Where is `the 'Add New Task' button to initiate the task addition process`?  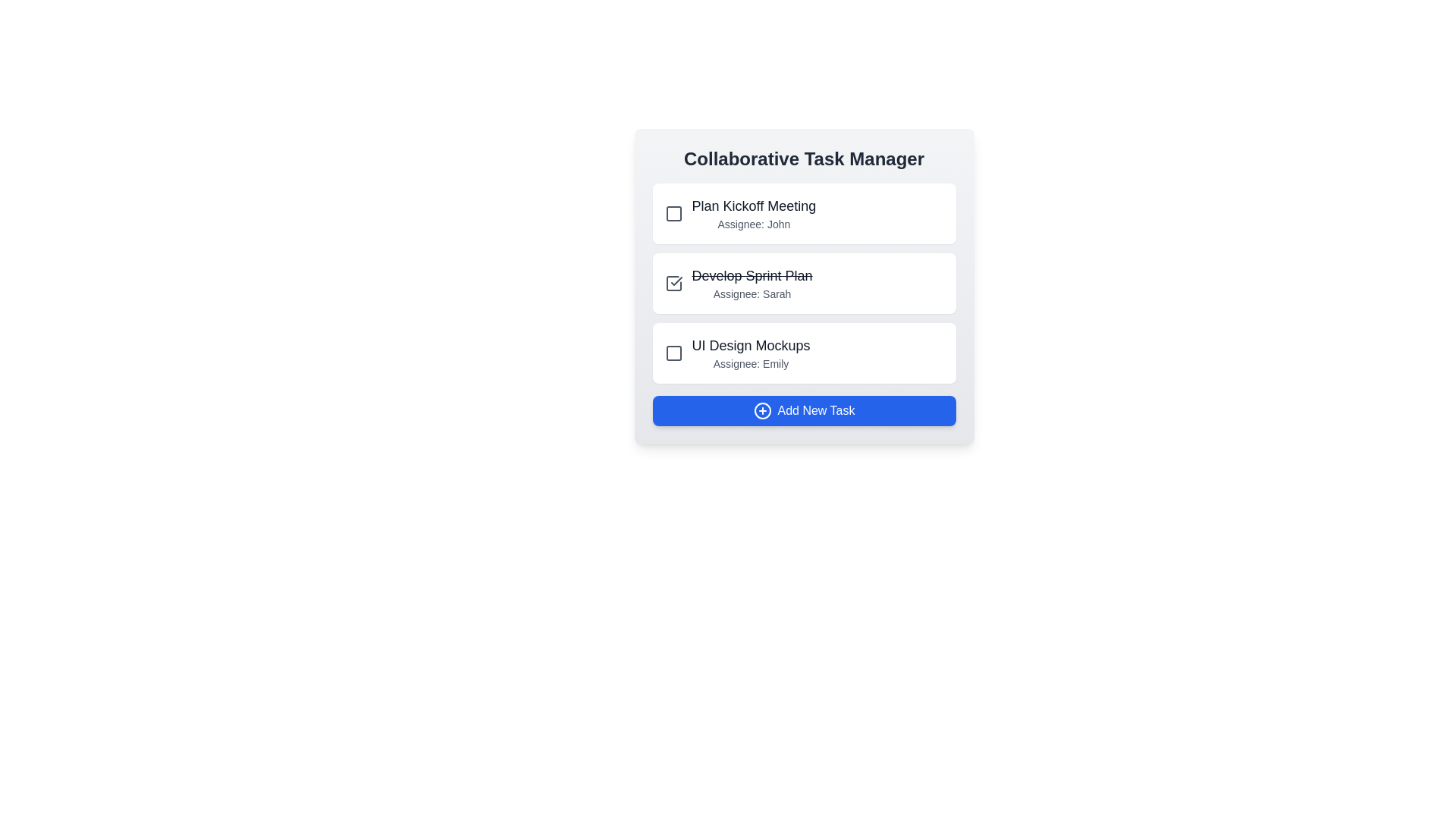
the 'Add New Task' button to initiate the task addition process is located at coordinates (803, 411).